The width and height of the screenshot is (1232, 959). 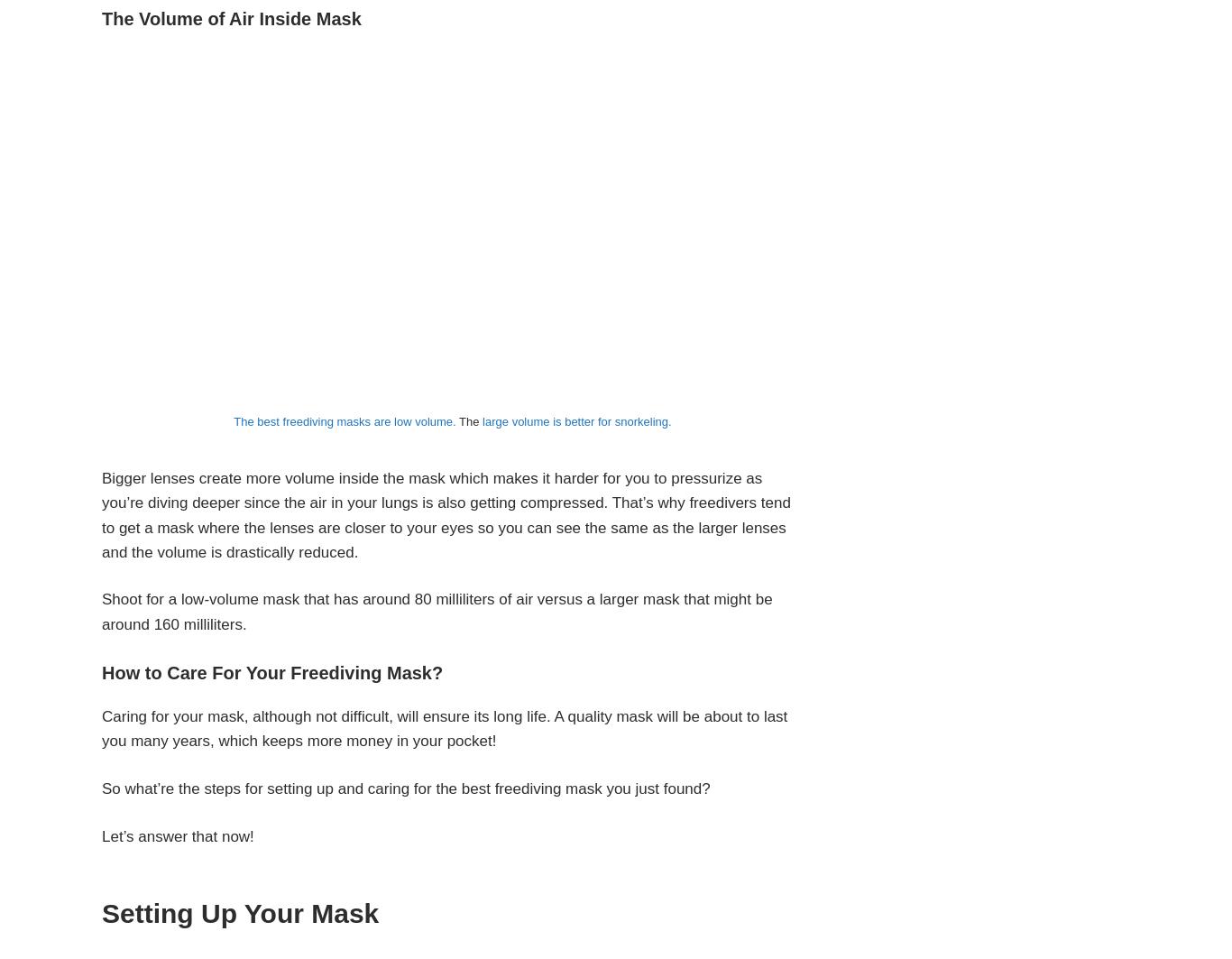 I want to click on 'Shoot for a low-volume mask that has around 80 milliliters of air versus a larger mask that might be around 160 milliliters.', so click(x=437, y=610).